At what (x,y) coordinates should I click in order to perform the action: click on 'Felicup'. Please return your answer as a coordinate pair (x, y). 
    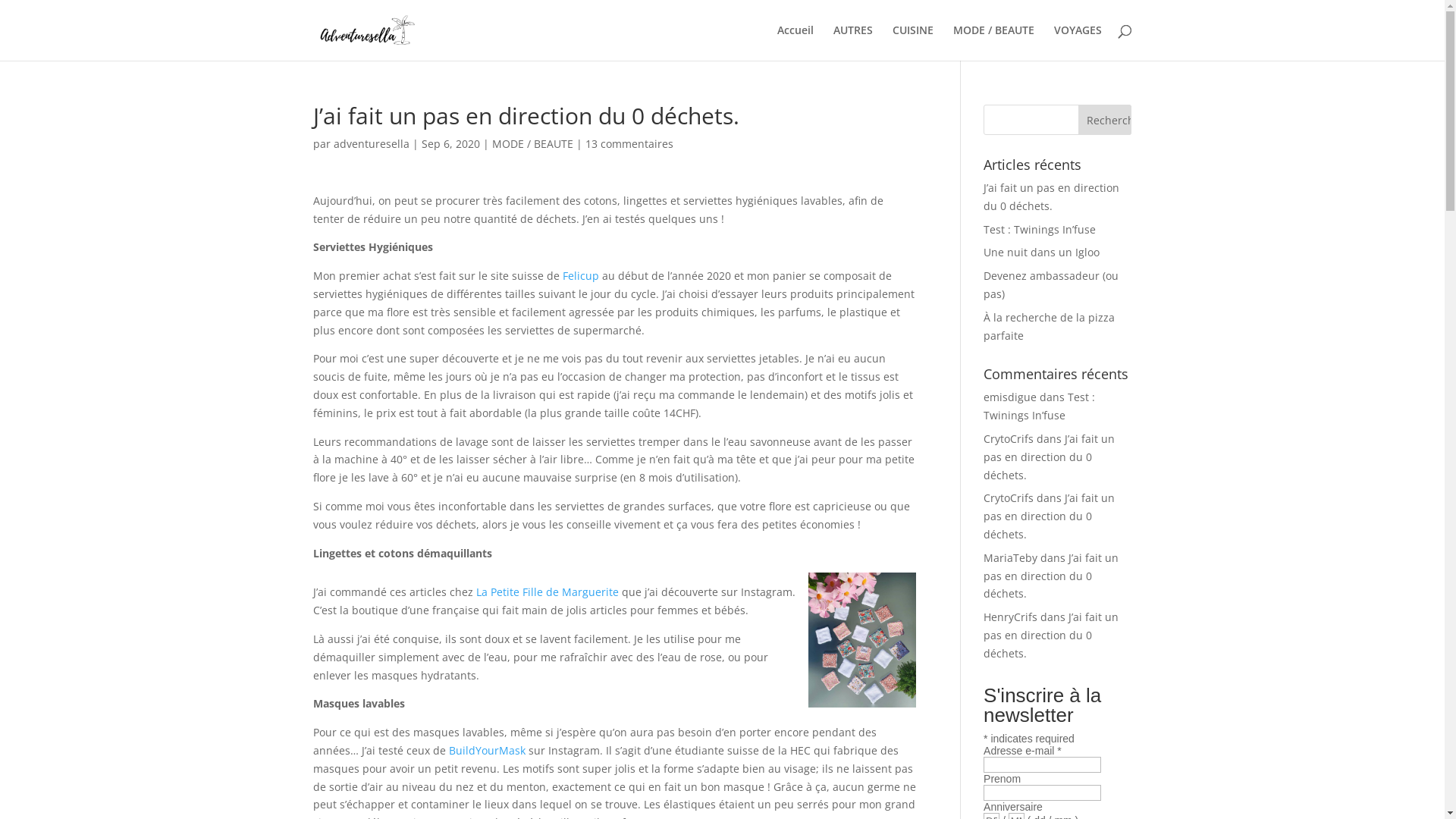
    Looking at the image, I should click on (580, 275).